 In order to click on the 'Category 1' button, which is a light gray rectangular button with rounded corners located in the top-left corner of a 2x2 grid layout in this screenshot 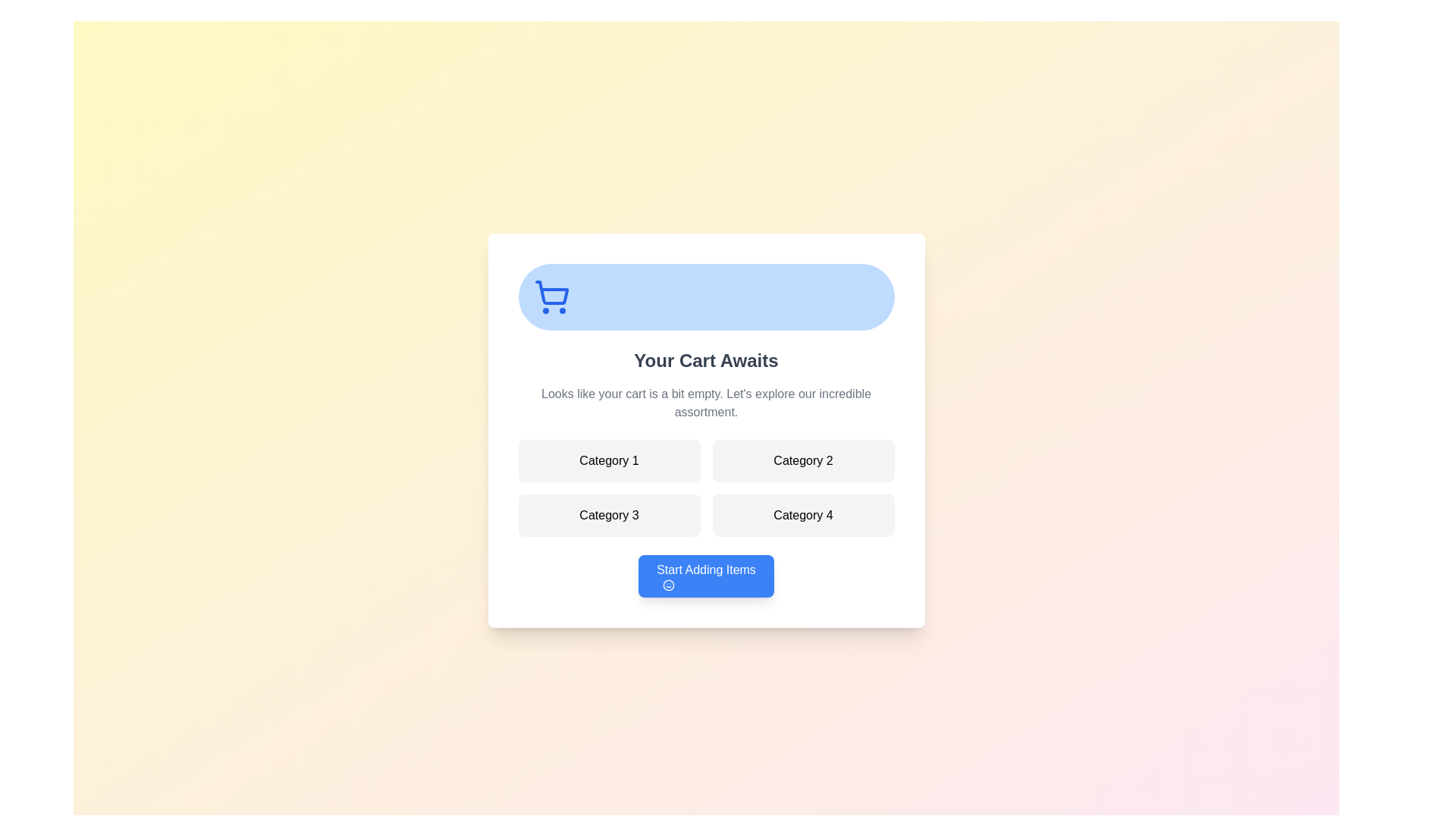, I will do `click(609, 460)`.